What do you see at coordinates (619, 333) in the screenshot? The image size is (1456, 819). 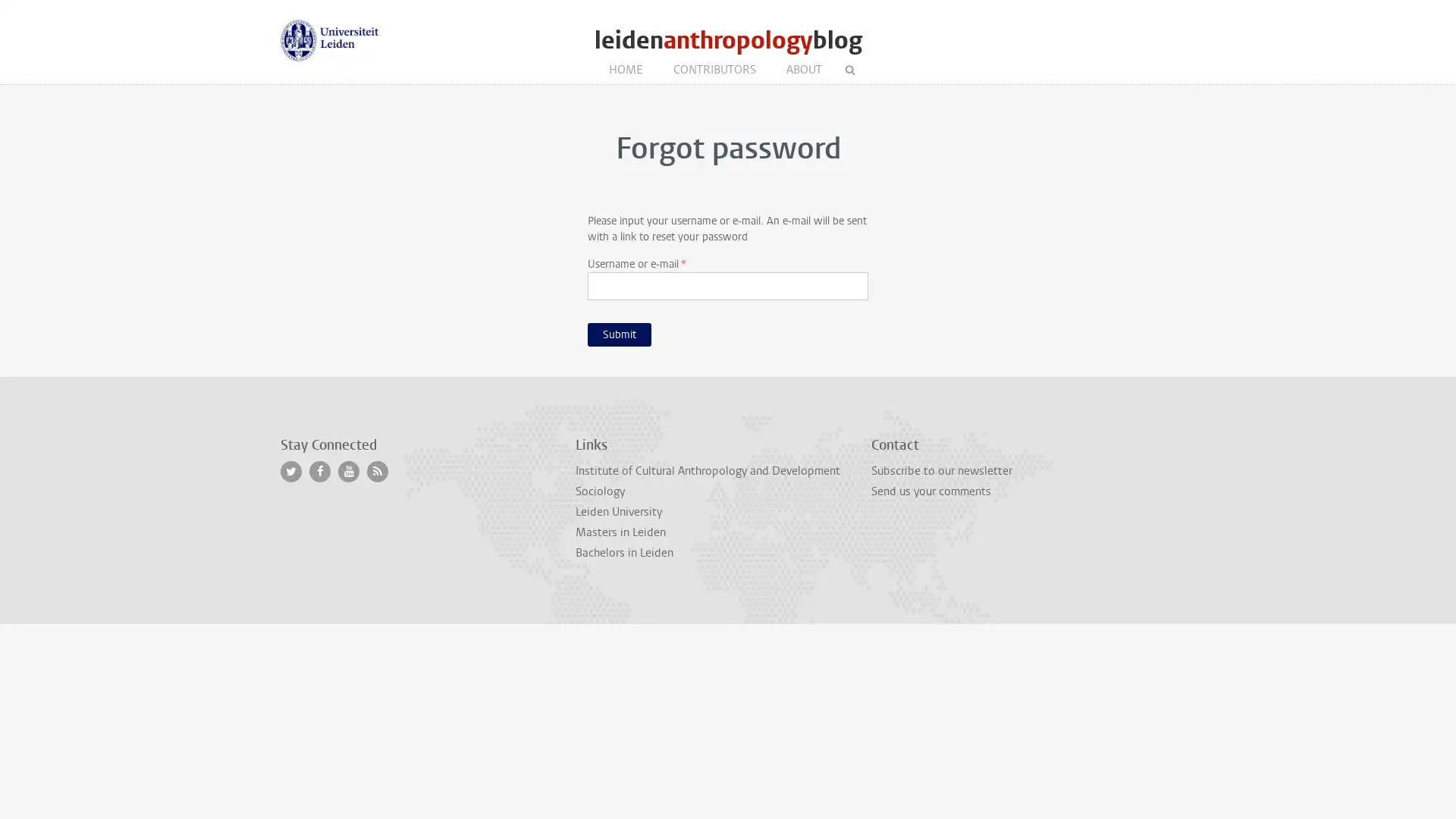 I see `Submit` at bounding box center [619, 333].